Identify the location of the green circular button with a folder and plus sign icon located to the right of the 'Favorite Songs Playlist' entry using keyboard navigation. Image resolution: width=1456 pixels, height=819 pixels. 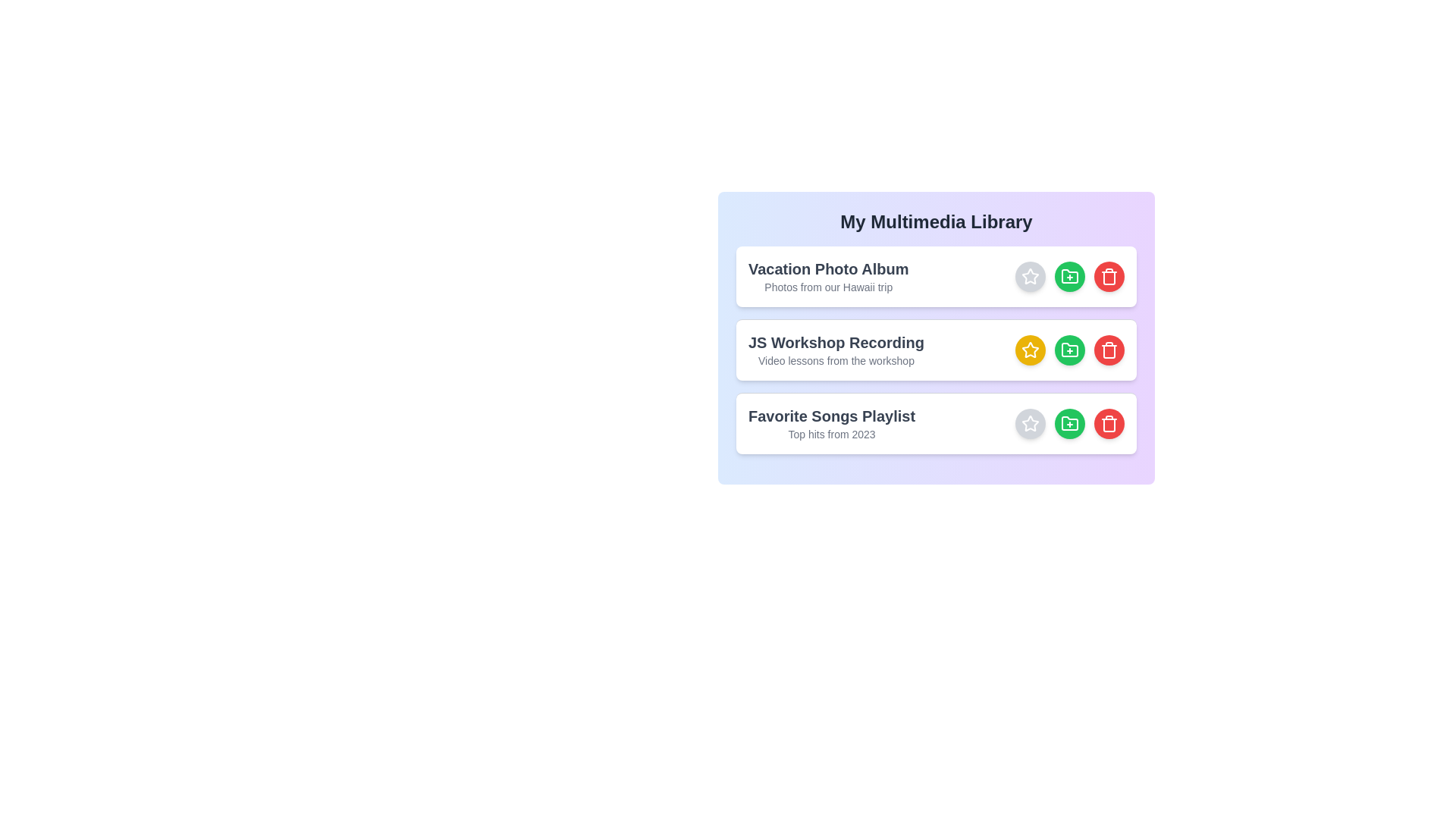
(1069, 424).